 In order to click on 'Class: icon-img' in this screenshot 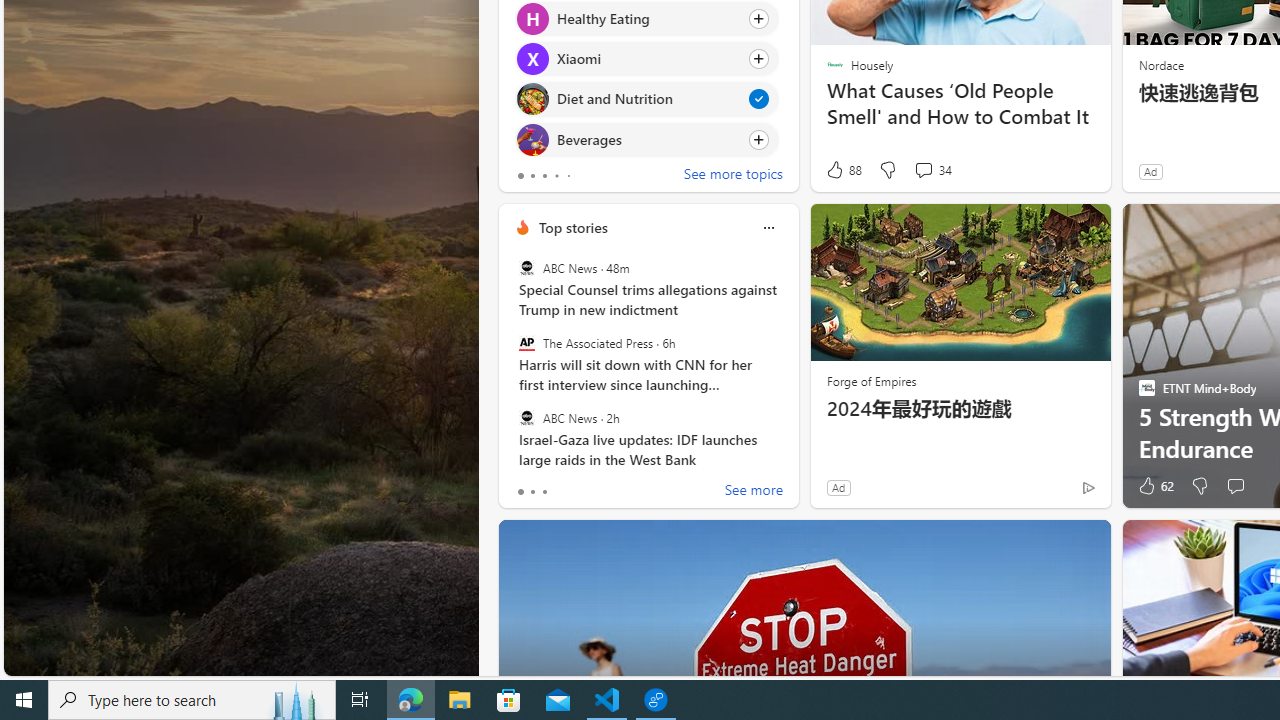, I will do `click(767, 227)`.